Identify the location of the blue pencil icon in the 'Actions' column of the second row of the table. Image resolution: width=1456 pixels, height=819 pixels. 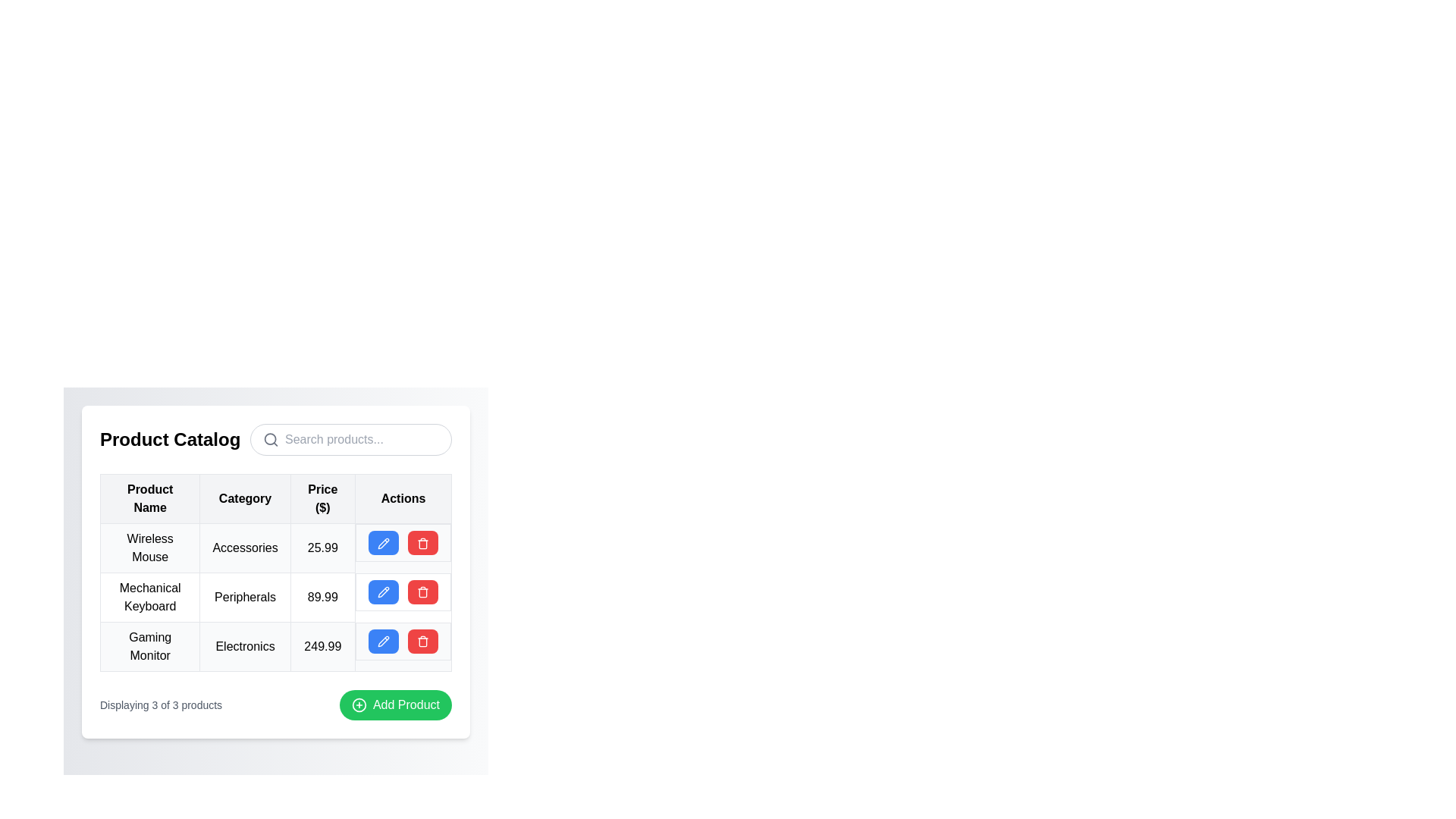
(383, 542).